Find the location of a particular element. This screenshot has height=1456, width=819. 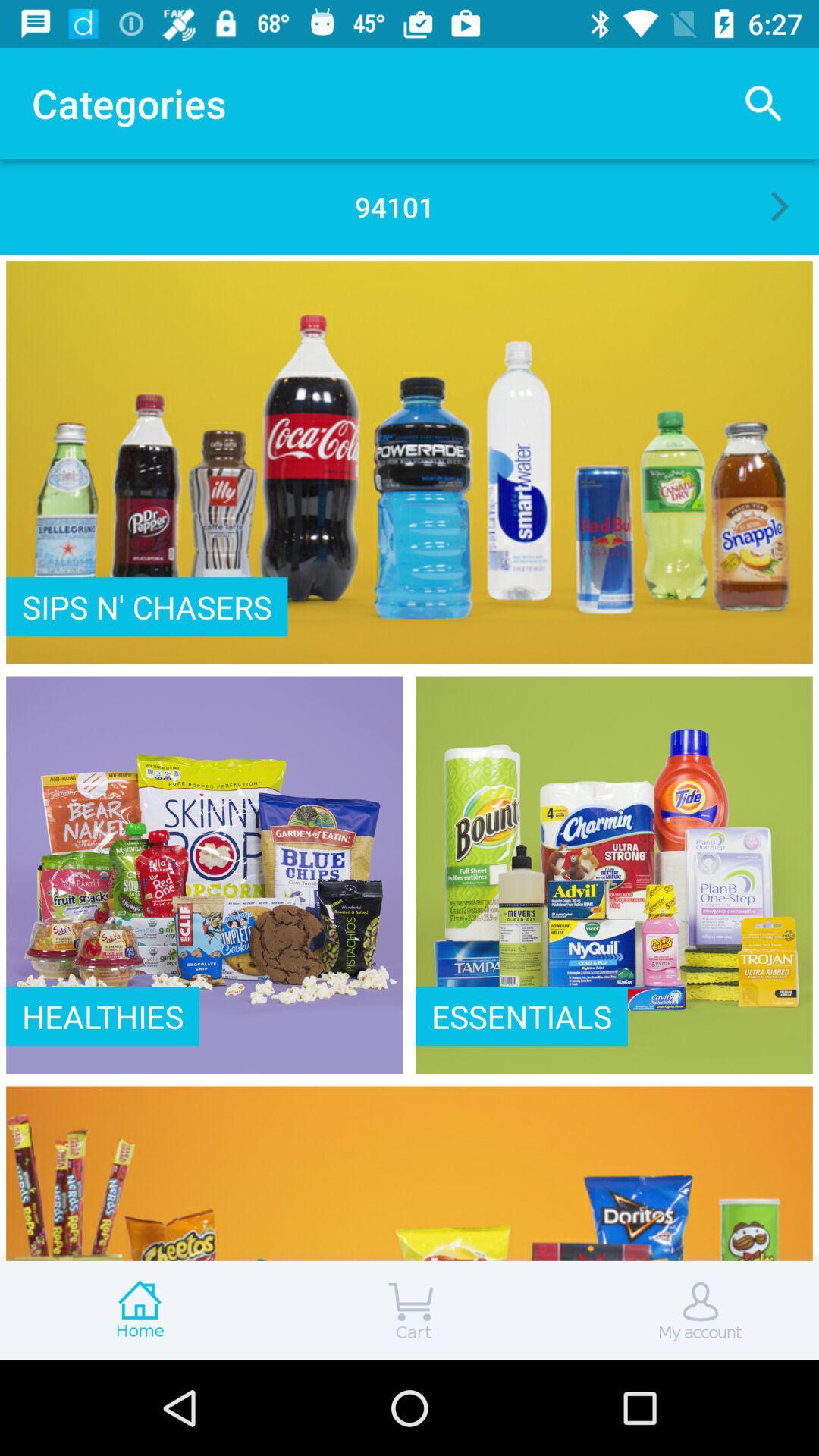

the more icon is located at coordinates (136, 1310).